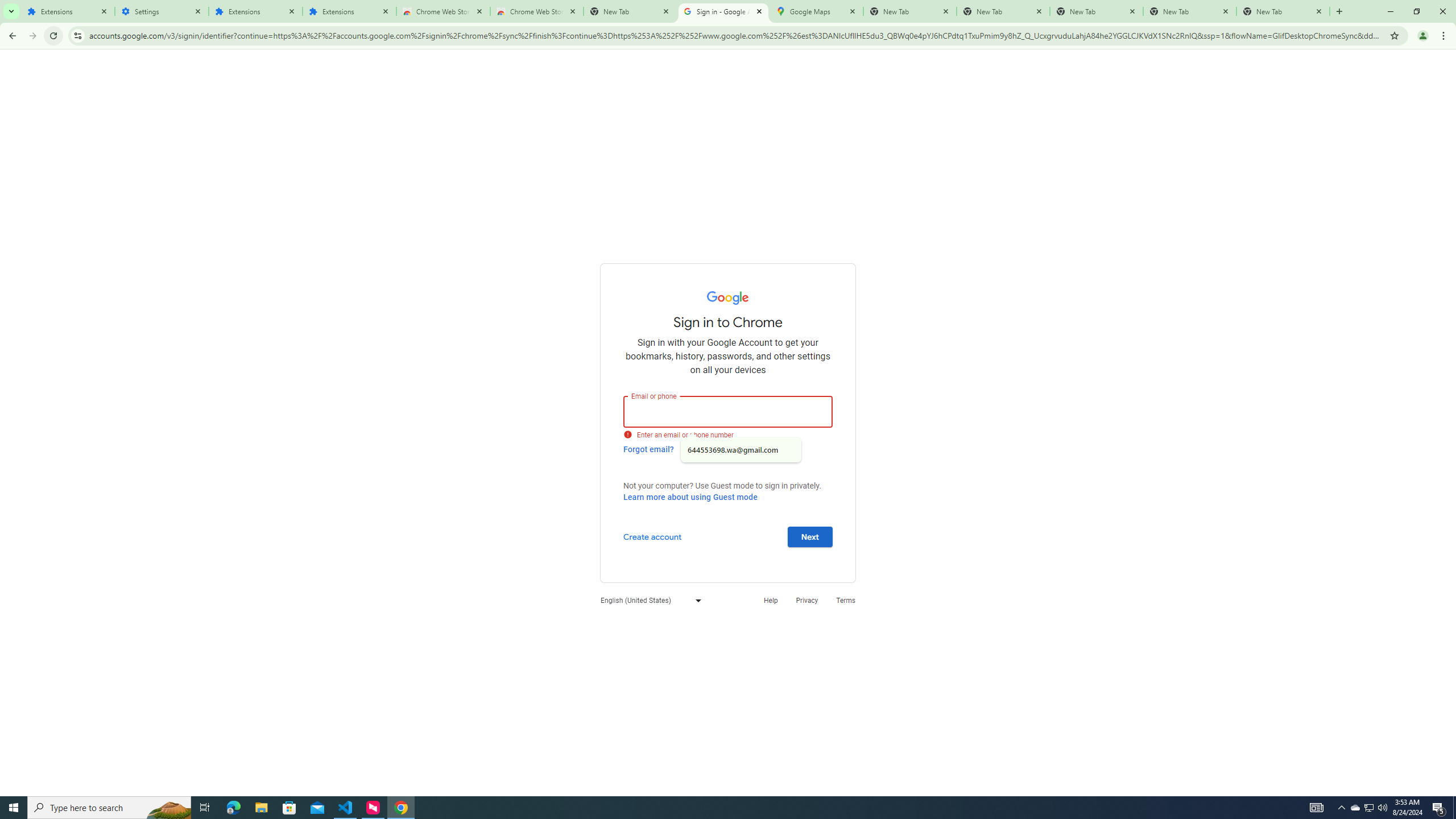 The width and height of the screenshot is (1456, 819). I want to click on 'You', so click(1423, 35).